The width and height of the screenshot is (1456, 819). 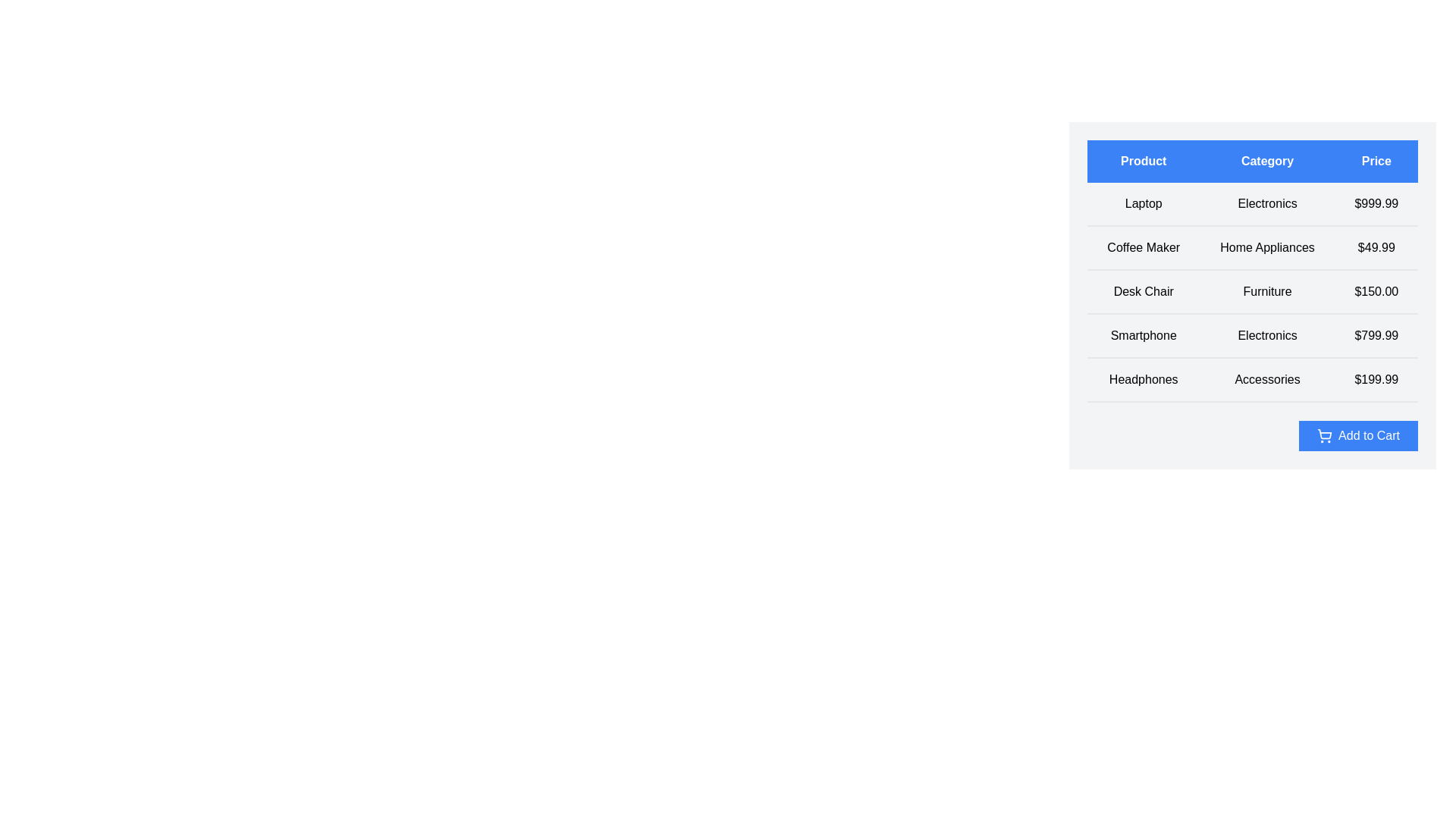 What do you see at coordinates (1252, 203) in the screenshot?
I see `the text in the first row of the product table that displays information about a laptop categorized as 'Electronics' and priced at $999.99` at bounding box center [1252, 203].